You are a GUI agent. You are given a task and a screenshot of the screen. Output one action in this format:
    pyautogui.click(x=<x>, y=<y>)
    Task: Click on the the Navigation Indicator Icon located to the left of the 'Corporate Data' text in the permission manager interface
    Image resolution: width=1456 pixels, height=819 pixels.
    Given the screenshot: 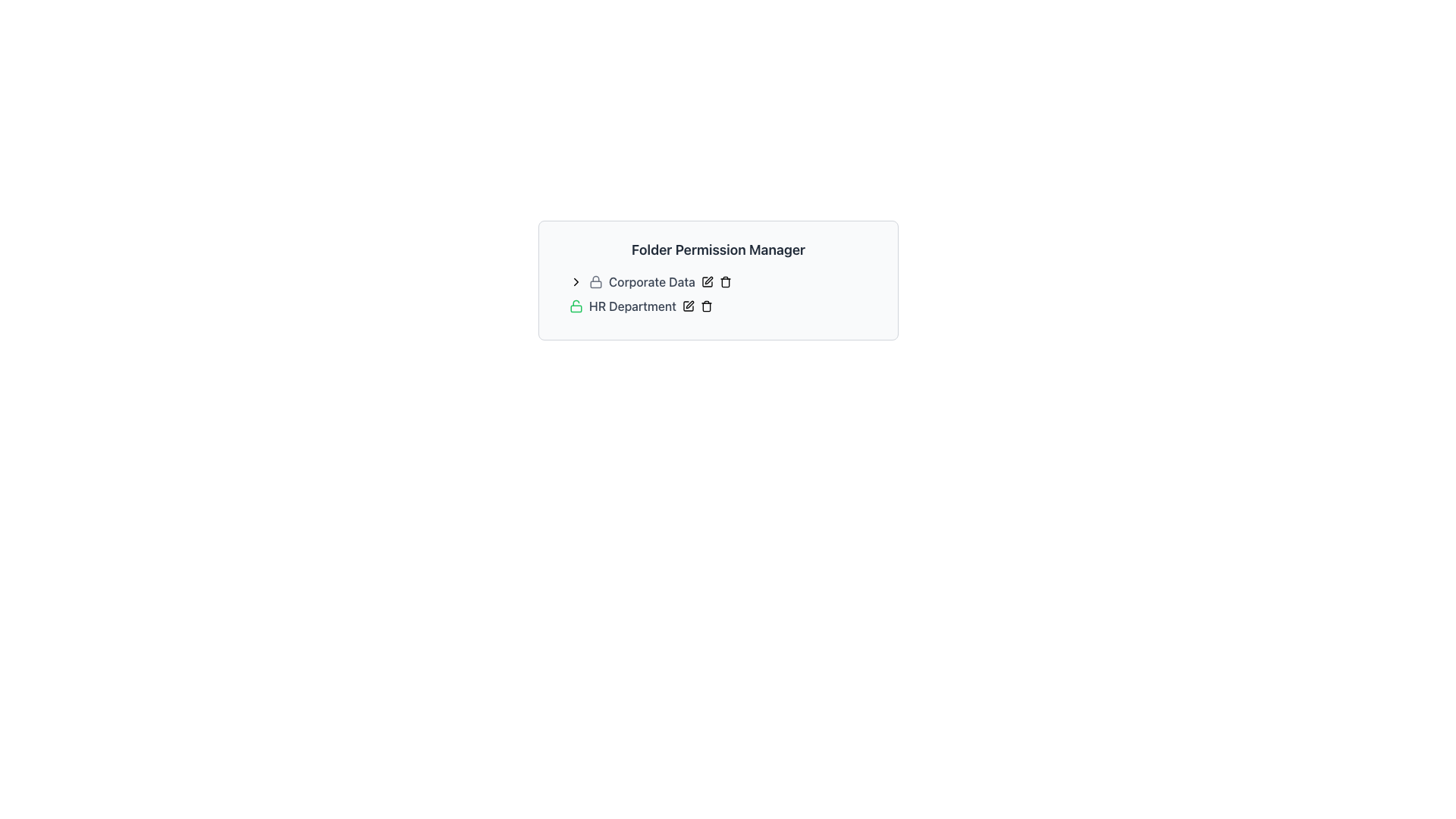 What is the action you would take?
    pyautogui.click(x=575, y=281)
    